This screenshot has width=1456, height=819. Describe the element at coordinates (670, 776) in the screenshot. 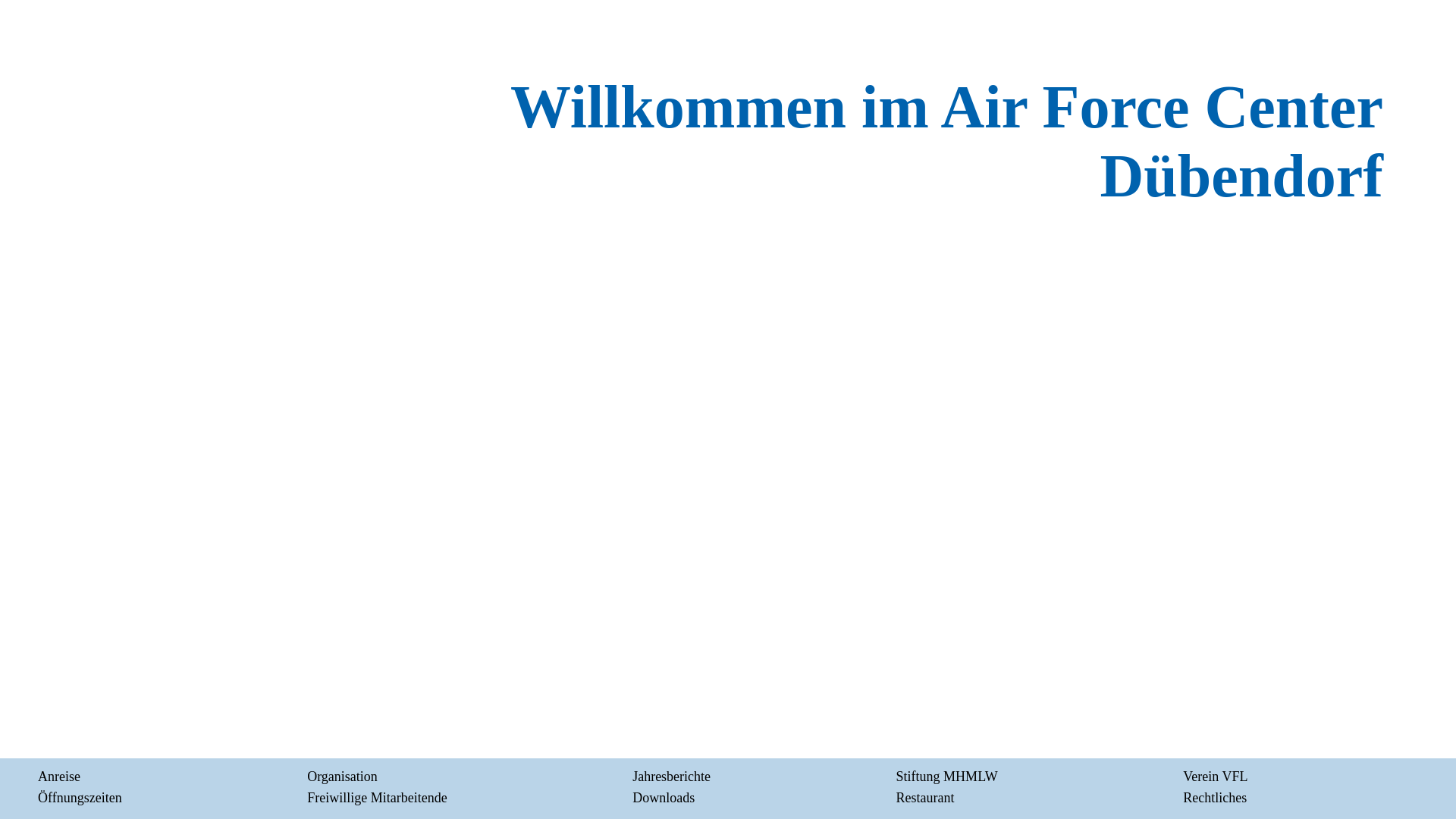

I see `'Jahresberichte'` at that location.